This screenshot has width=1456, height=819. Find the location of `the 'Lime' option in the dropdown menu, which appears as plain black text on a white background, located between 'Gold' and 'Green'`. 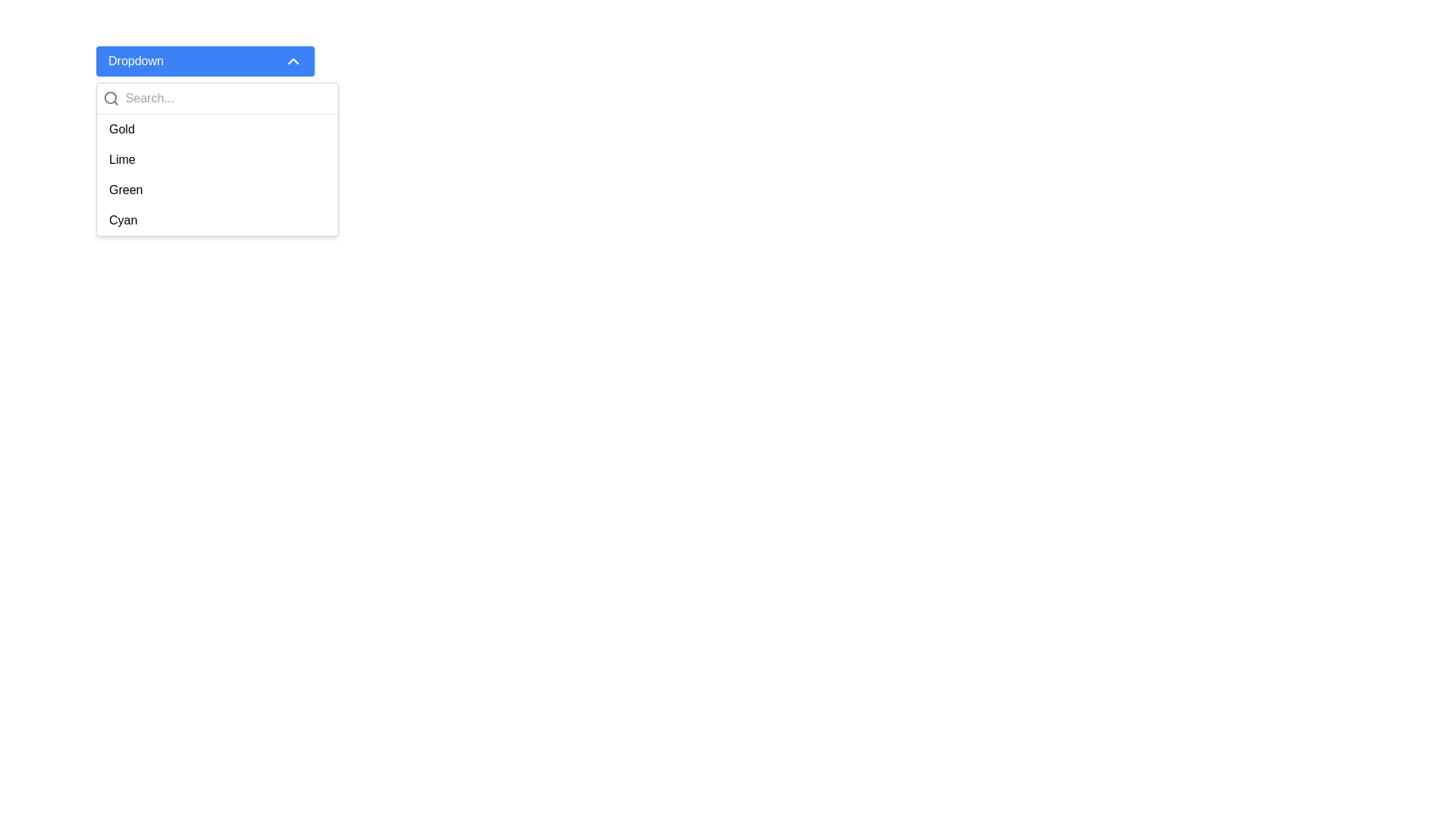

the 'Lime' option in the dropdown menu, which appears as plain black text on a white background, located between 'Gold' and 'Green' is located at coordinates (122, 160).